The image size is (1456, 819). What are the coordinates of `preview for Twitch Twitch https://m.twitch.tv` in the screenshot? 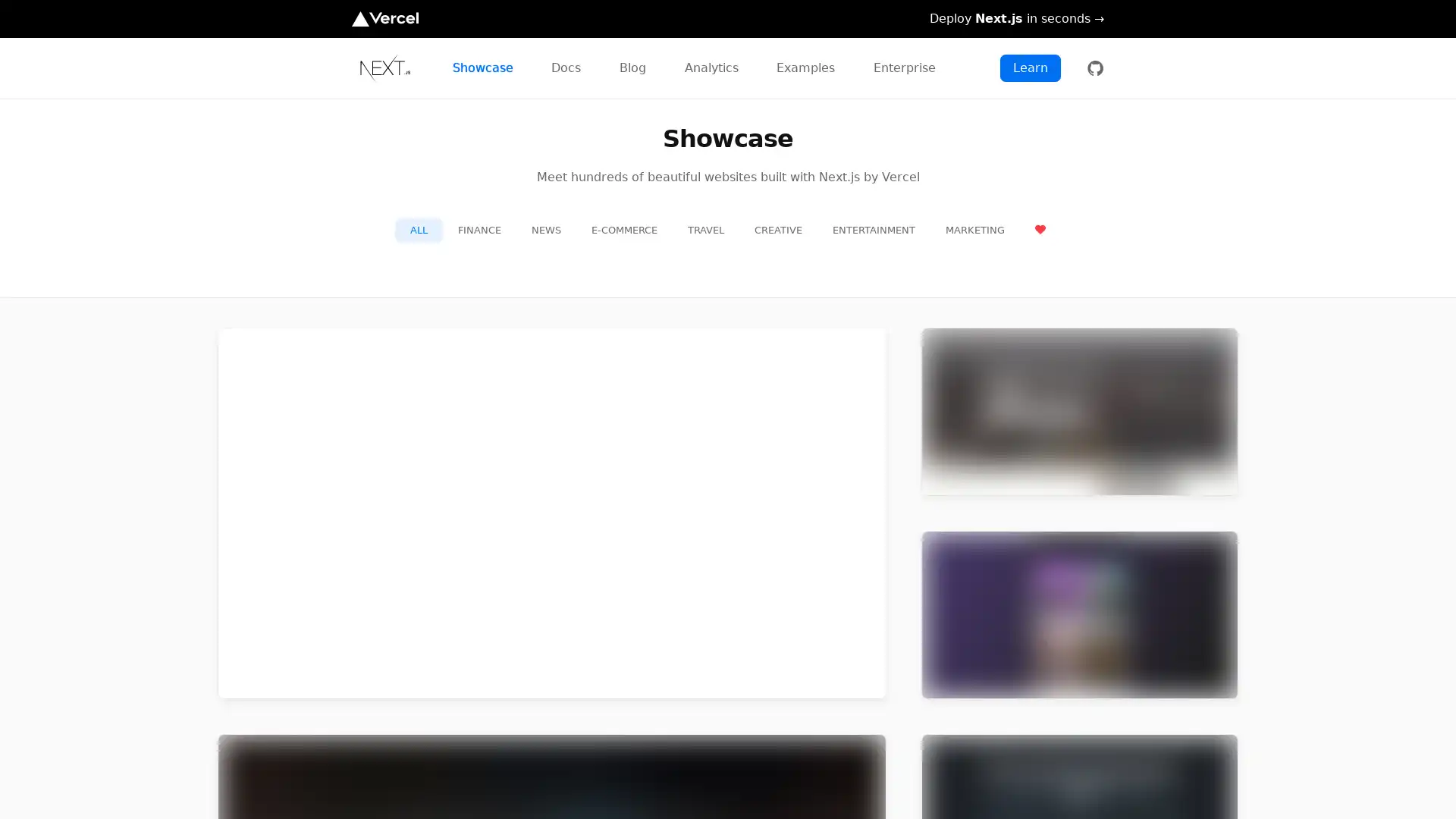 It's located at (1079, 614).